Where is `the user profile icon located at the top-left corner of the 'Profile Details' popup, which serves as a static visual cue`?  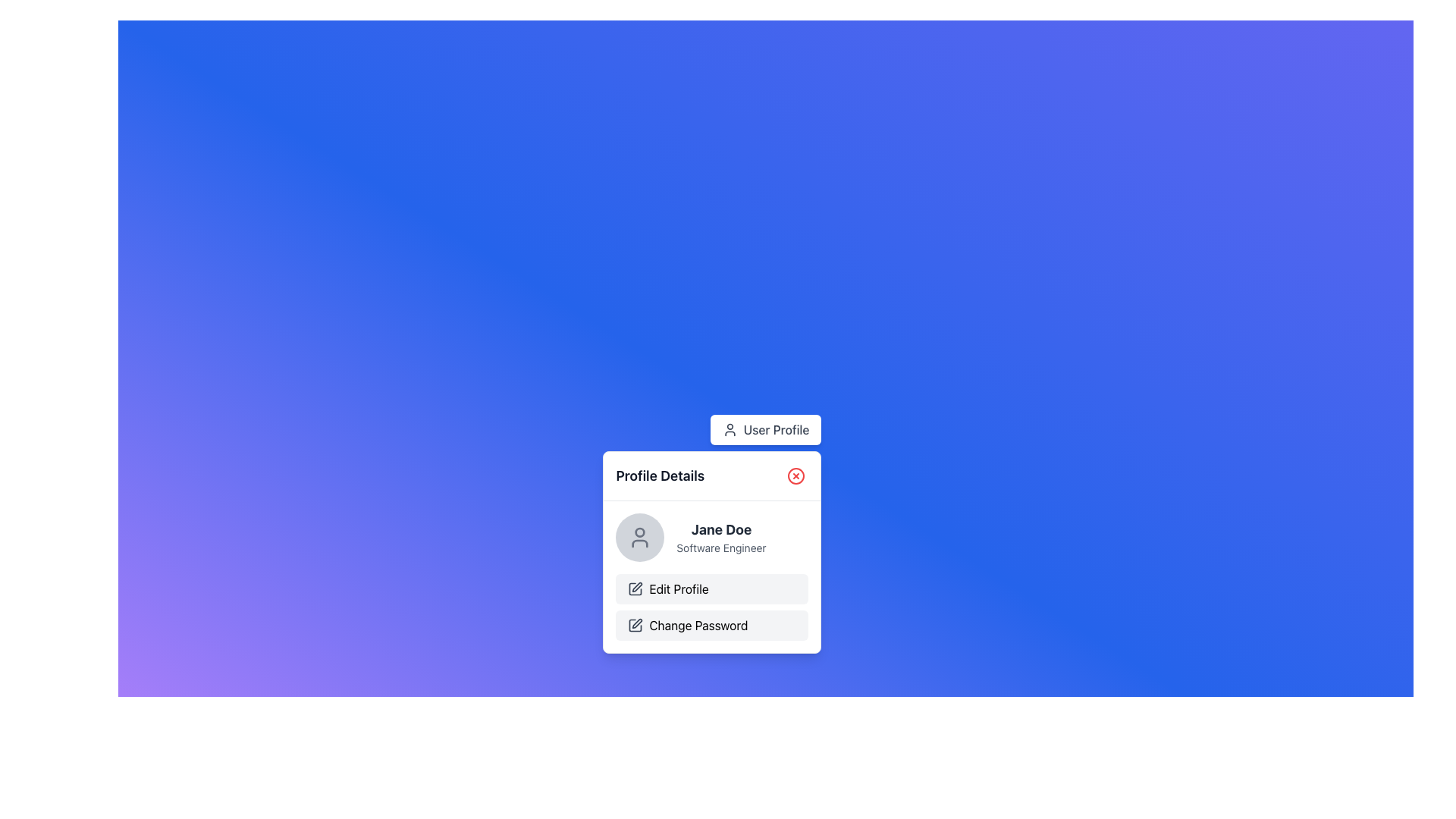 the user profile icon located at the top-left corner of the 'Profile Details' popup, which serves as a static visual cue is located at coordinates (640, 537).